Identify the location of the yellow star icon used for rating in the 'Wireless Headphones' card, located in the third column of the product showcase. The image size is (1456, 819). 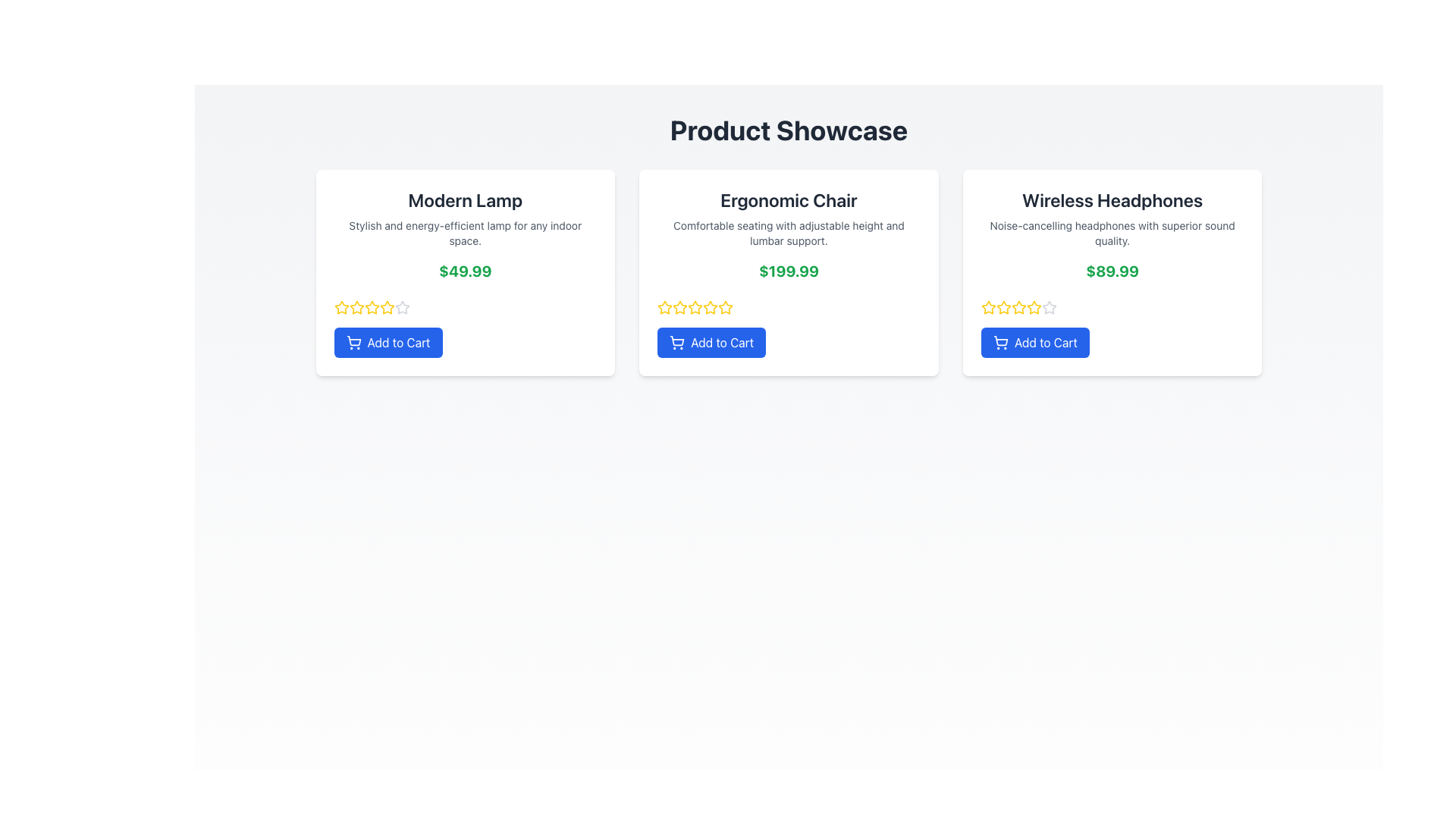
(988, 307).